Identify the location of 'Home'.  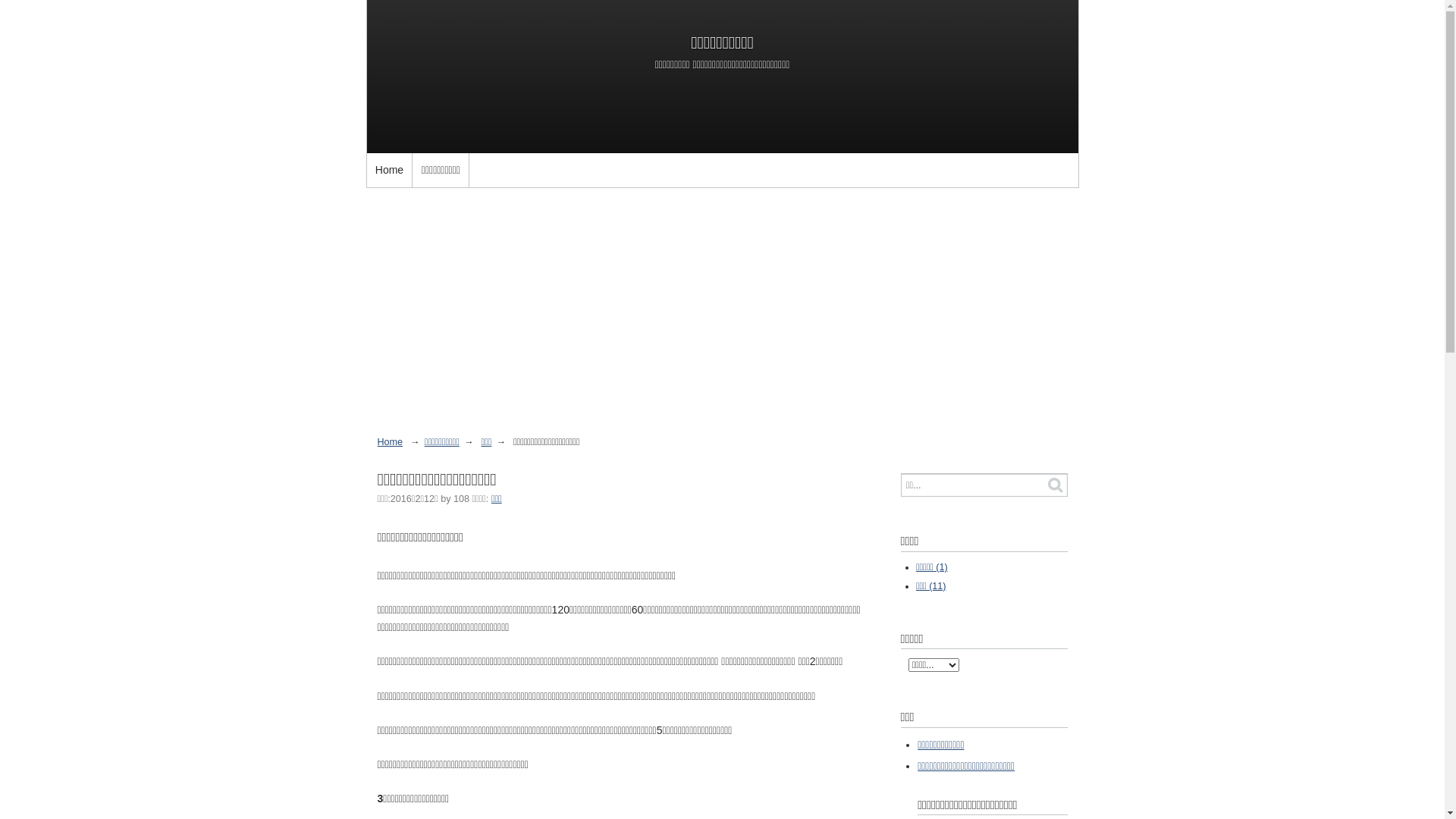
(389, 170).